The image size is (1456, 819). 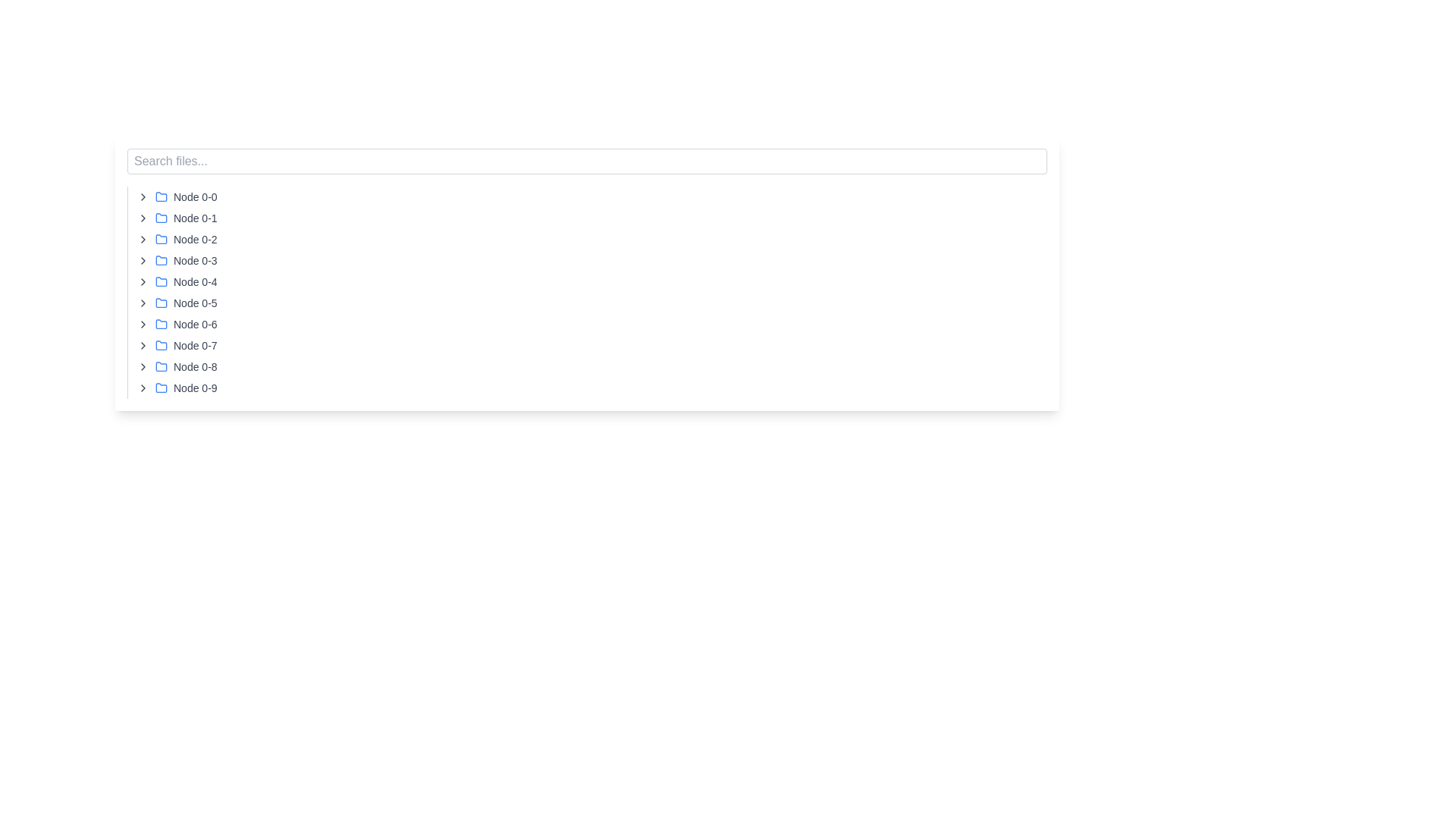 What do you see at coordinates (161, 366) in the screenshot?
I see `the folder icon located in the eighth row labeled 'Node 0-8', positioned to the left of the text 'Node 0-8' and to the right of a chevron icon for interaction` at bounding box center [161, 366].